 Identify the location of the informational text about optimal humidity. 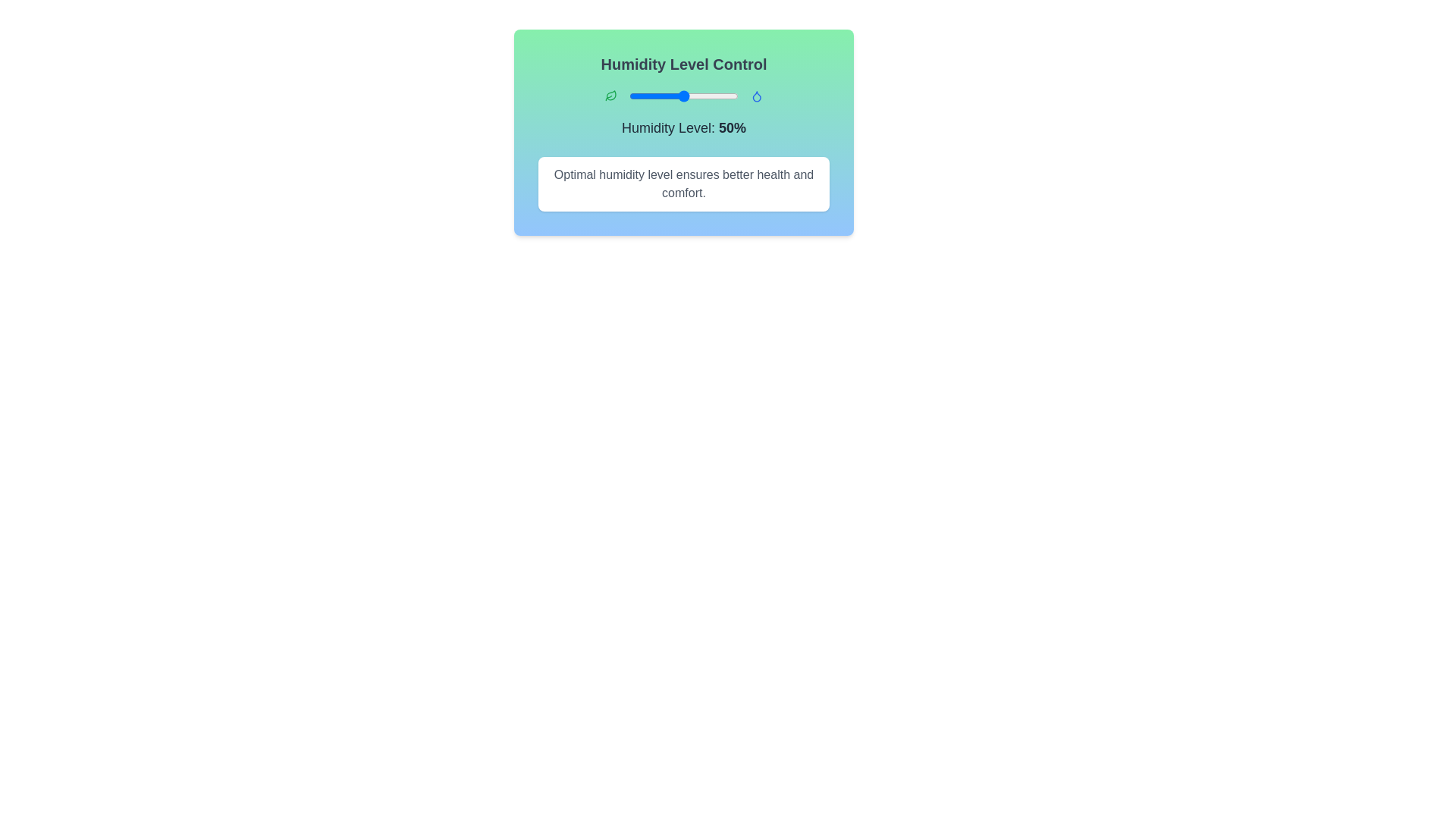
(683, 184).